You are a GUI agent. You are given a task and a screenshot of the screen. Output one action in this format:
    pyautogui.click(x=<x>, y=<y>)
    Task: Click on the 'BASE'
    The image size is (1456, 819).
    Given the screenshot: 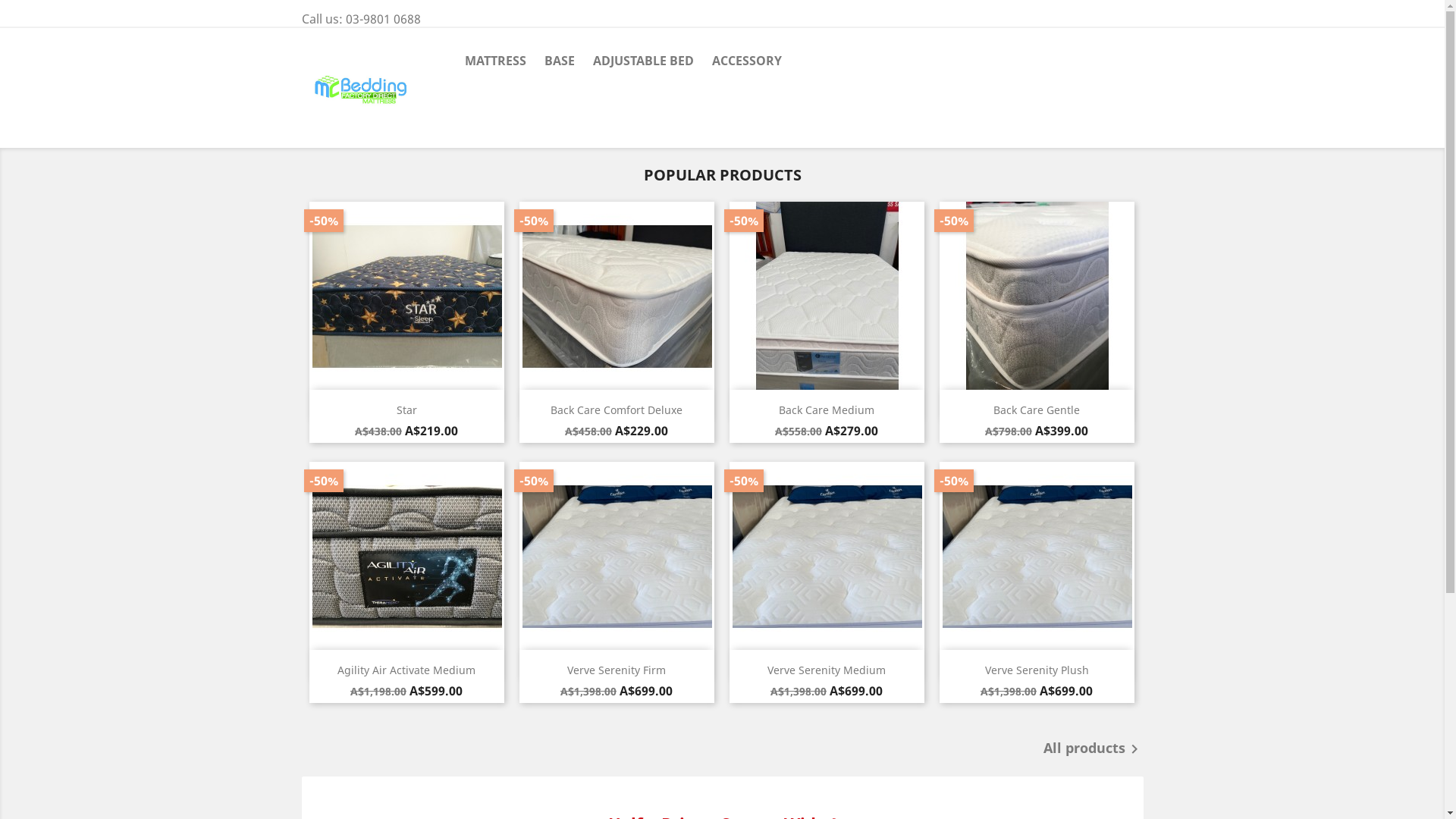 What is the action you would take?
    pyautogui.click(x=559, y=61)
    